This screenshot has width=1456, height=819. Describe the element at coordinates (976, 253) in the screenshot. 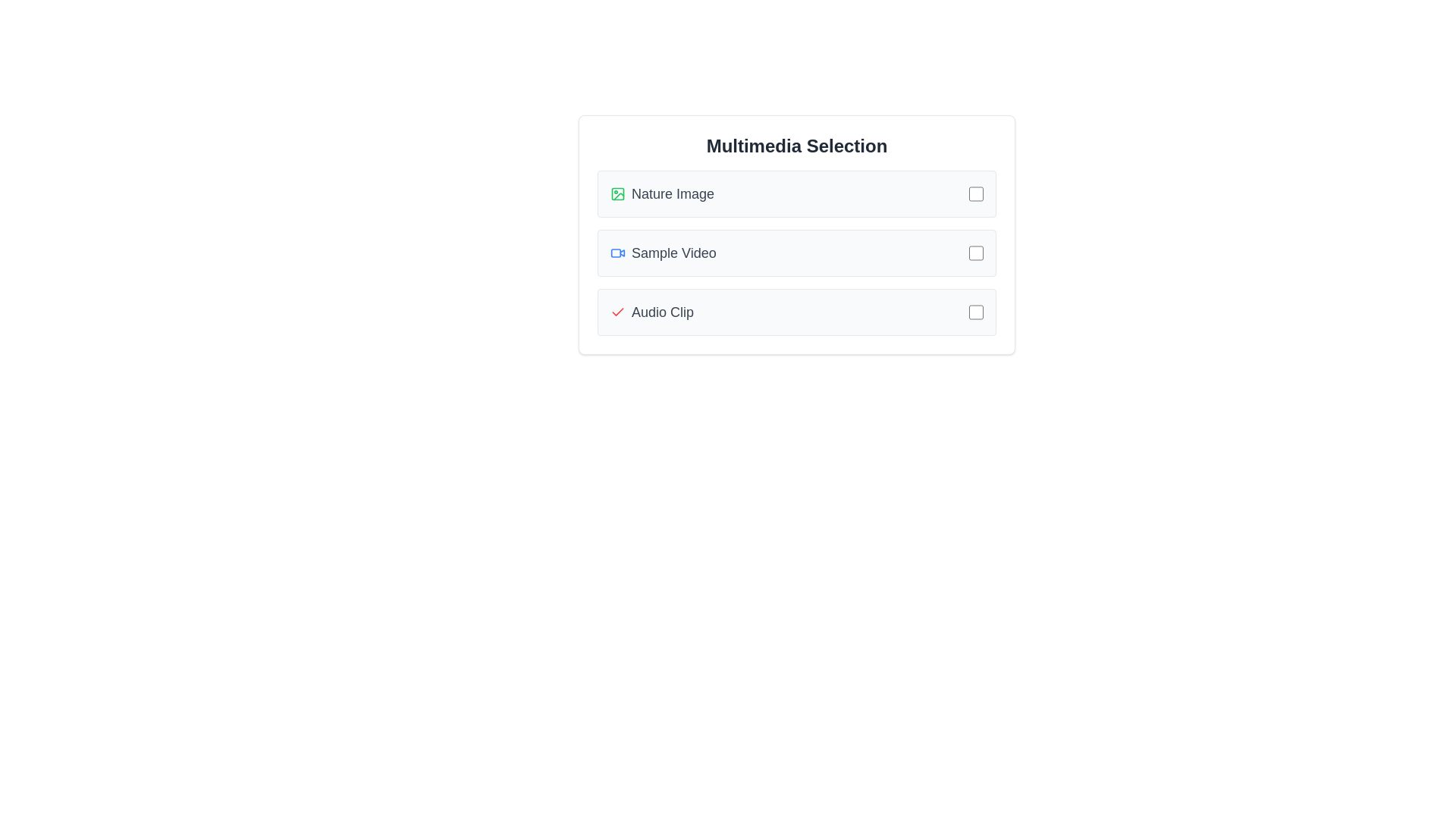

I see `the checkbox styled as a square with rounded corners, located on the far-right end of the 'Sample Video' section, aligned horizontally with the text` at that location.